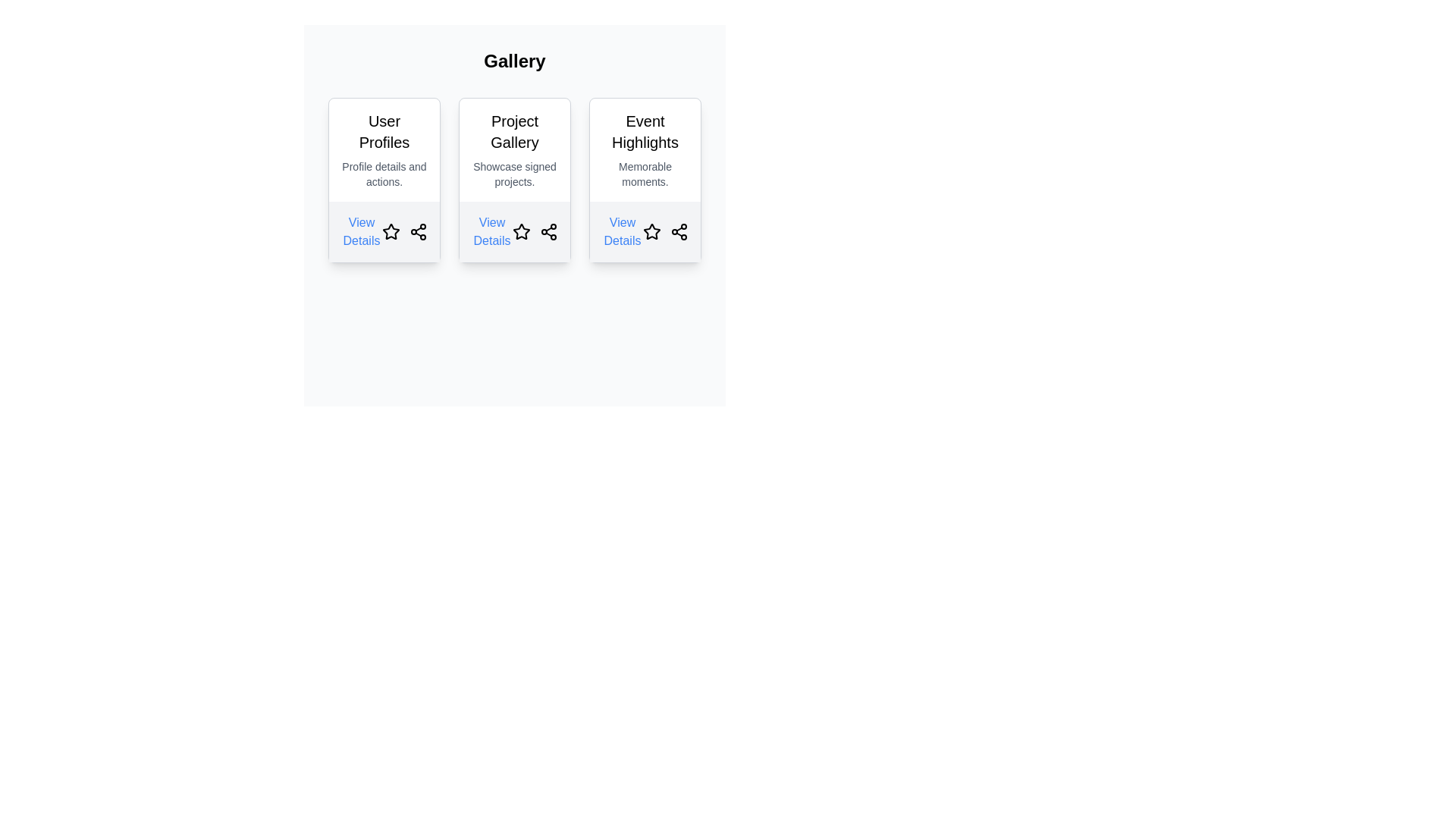 This screenshot has width=1456, height=819. Describe the element at coordinates (419, 231) in the screenshot. I see `the share icon located at the bottom of the 'User Profiles' card, which is the second element in a row of interactive elements, positioned to the immediate right of the star icon` at that location.